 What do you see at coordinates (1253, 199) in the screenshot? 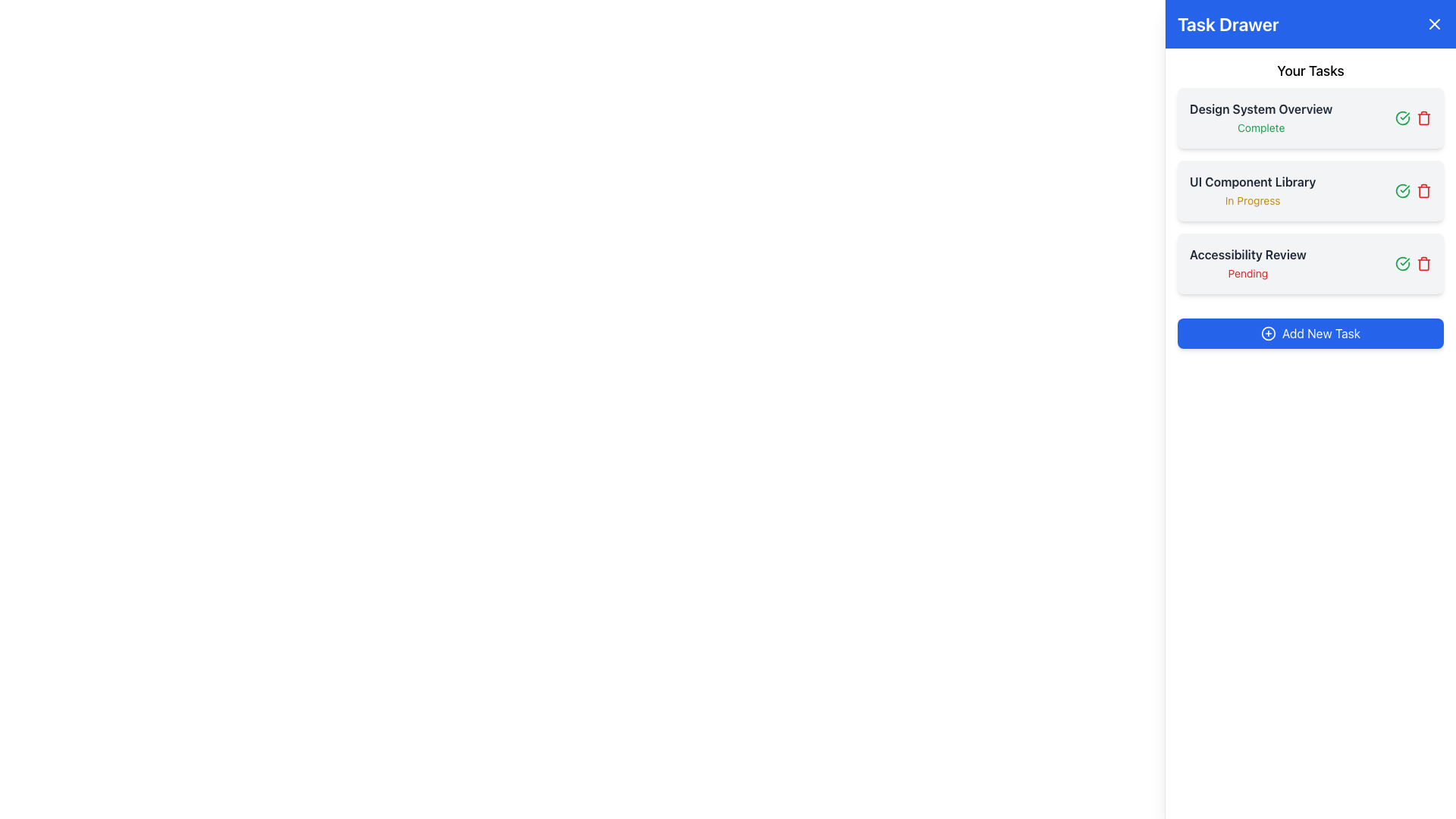
I see `the 'In Progress' status label located beneath the 'UI Component Library' within the second task item in the task list` at bounding box center [1253, 199].